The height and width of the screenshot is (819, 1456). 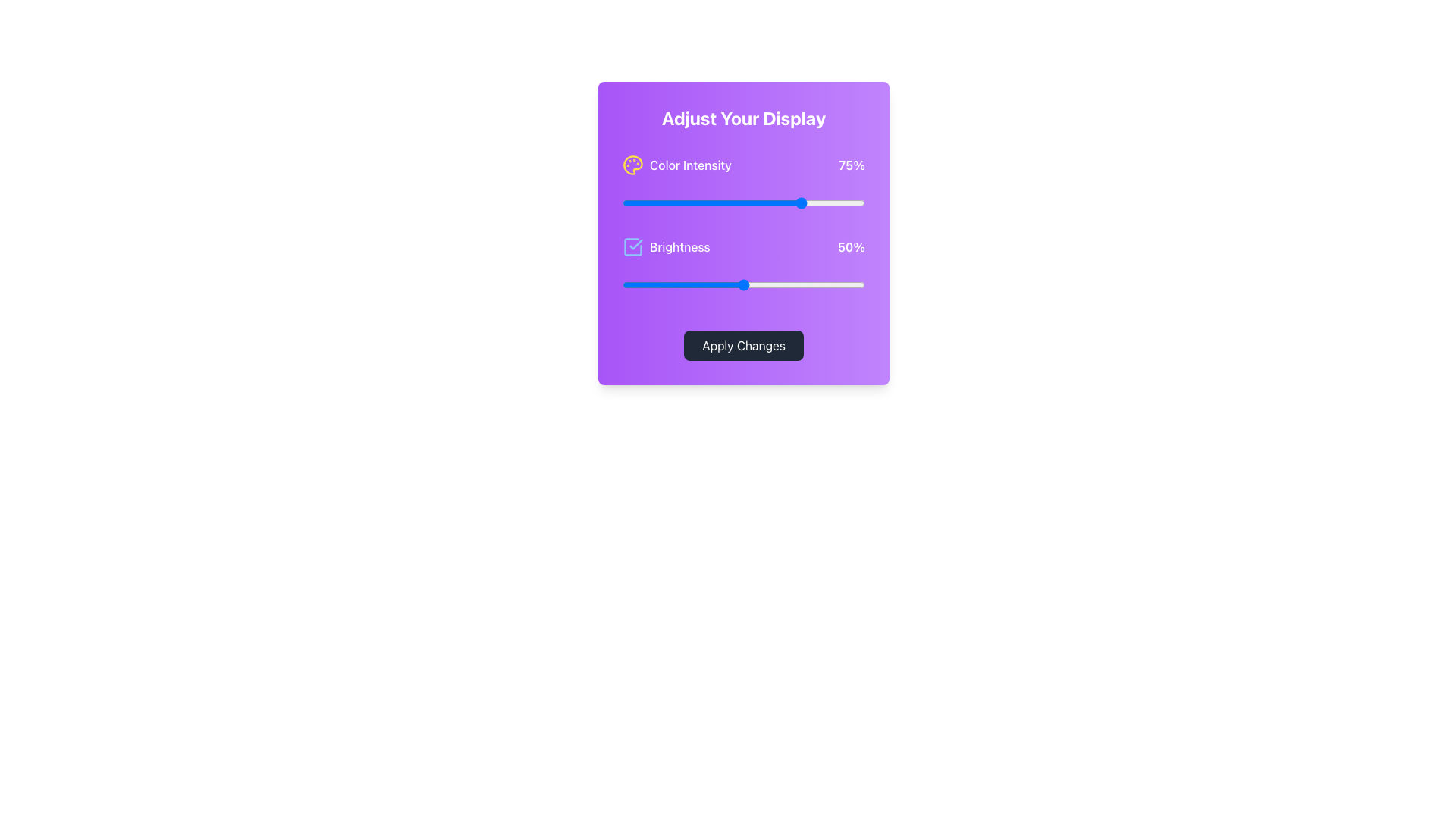 What do you see at coordinates (743, 345) in the screenshot?
I see `the 'Apply Changes' button, which is a rectangular button with white text on a dark gray background, located at the bottom center of a purple gradient modal` at bounding box center [743, 345].